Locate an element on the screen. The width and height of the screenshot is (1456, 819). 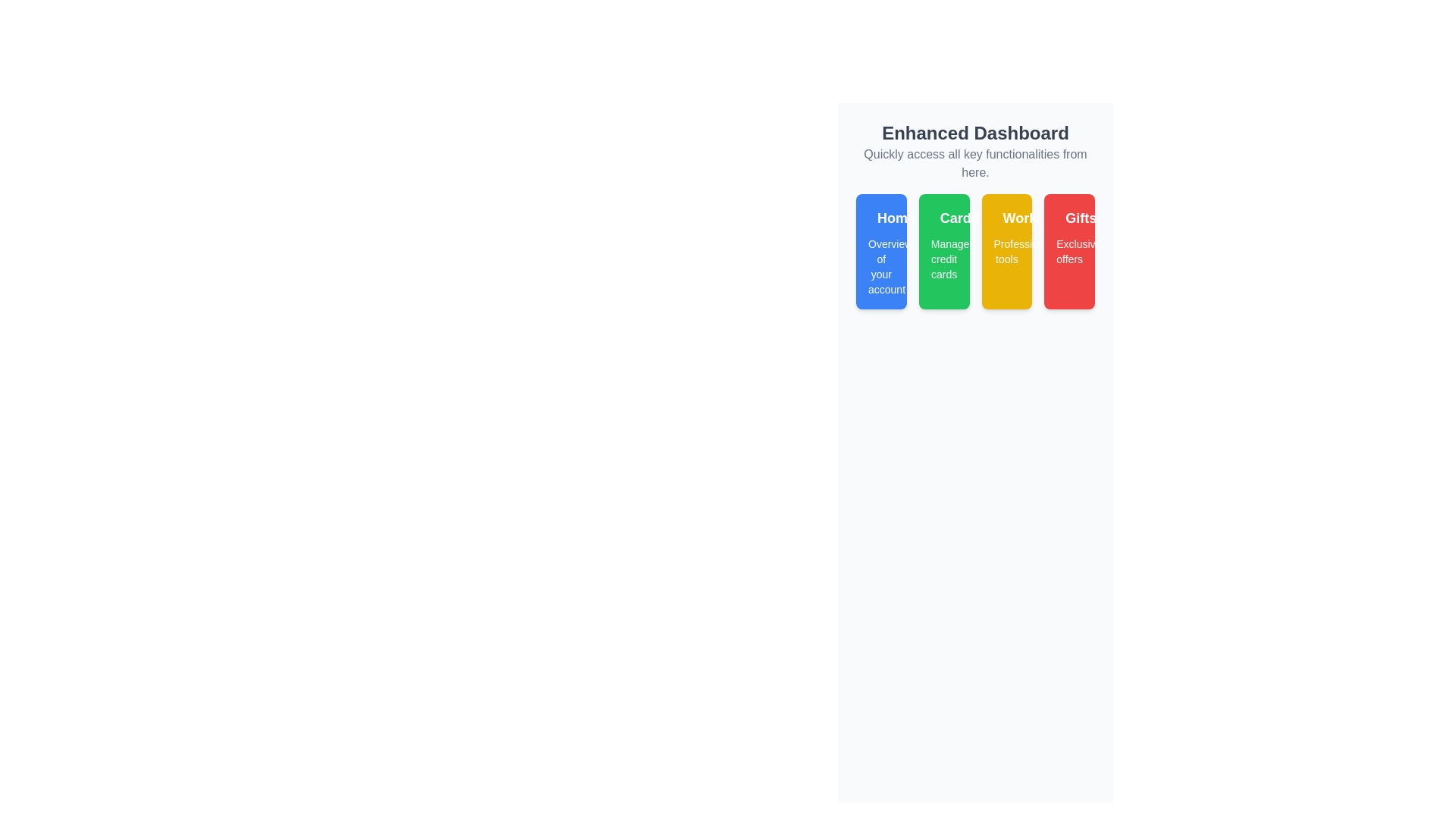
the 'Cards' label, which is a bold, white text label within the green button group under 'Enhanced Dashboard' is located at coordinates (959, 218).